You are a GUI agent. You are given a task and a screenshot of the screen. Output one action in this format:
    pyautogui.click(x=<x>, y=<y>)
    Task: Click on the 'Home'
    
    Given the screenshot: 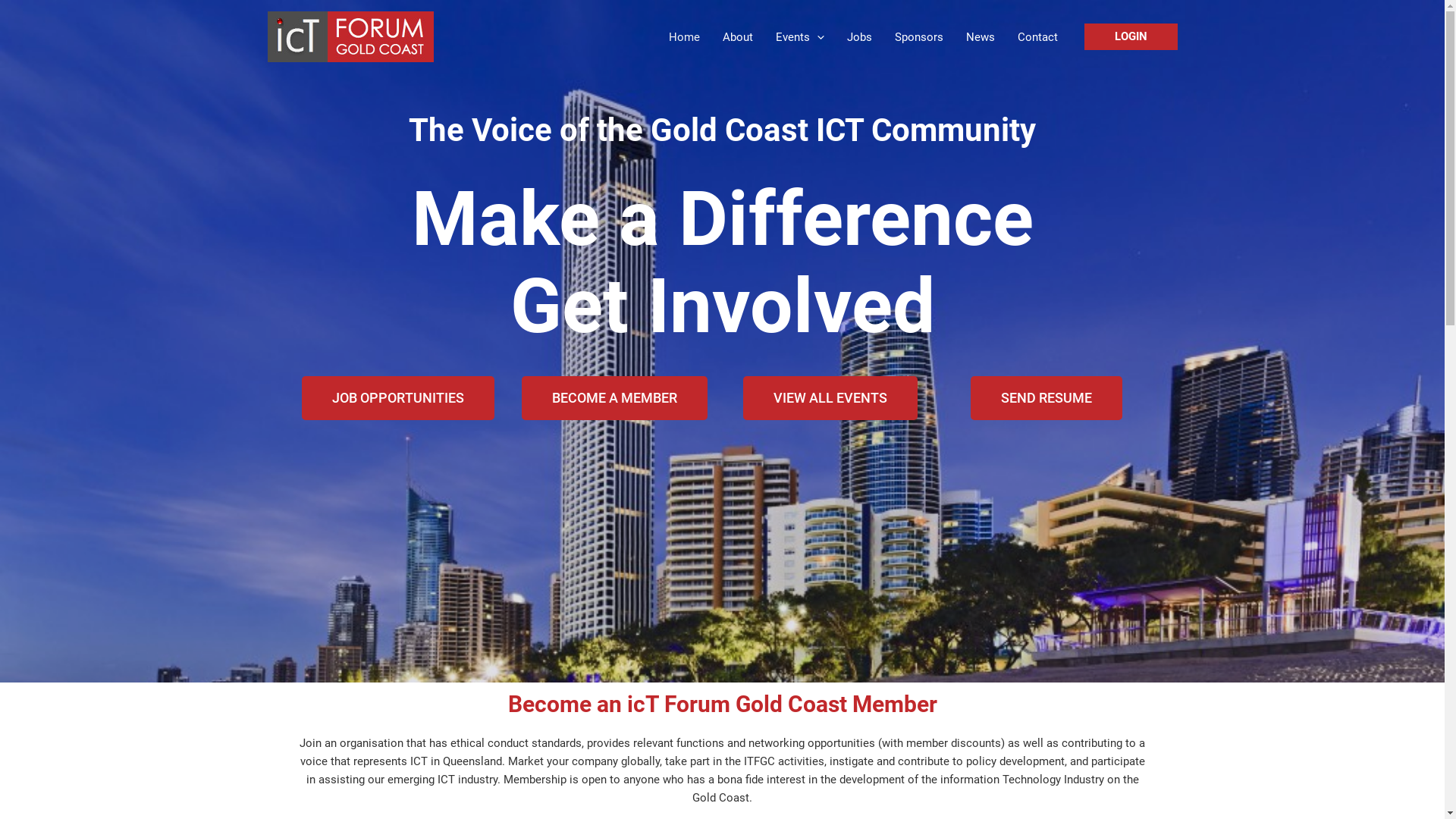 What is the action you would take?
    pyautogui.click(x=682, y=36)
    